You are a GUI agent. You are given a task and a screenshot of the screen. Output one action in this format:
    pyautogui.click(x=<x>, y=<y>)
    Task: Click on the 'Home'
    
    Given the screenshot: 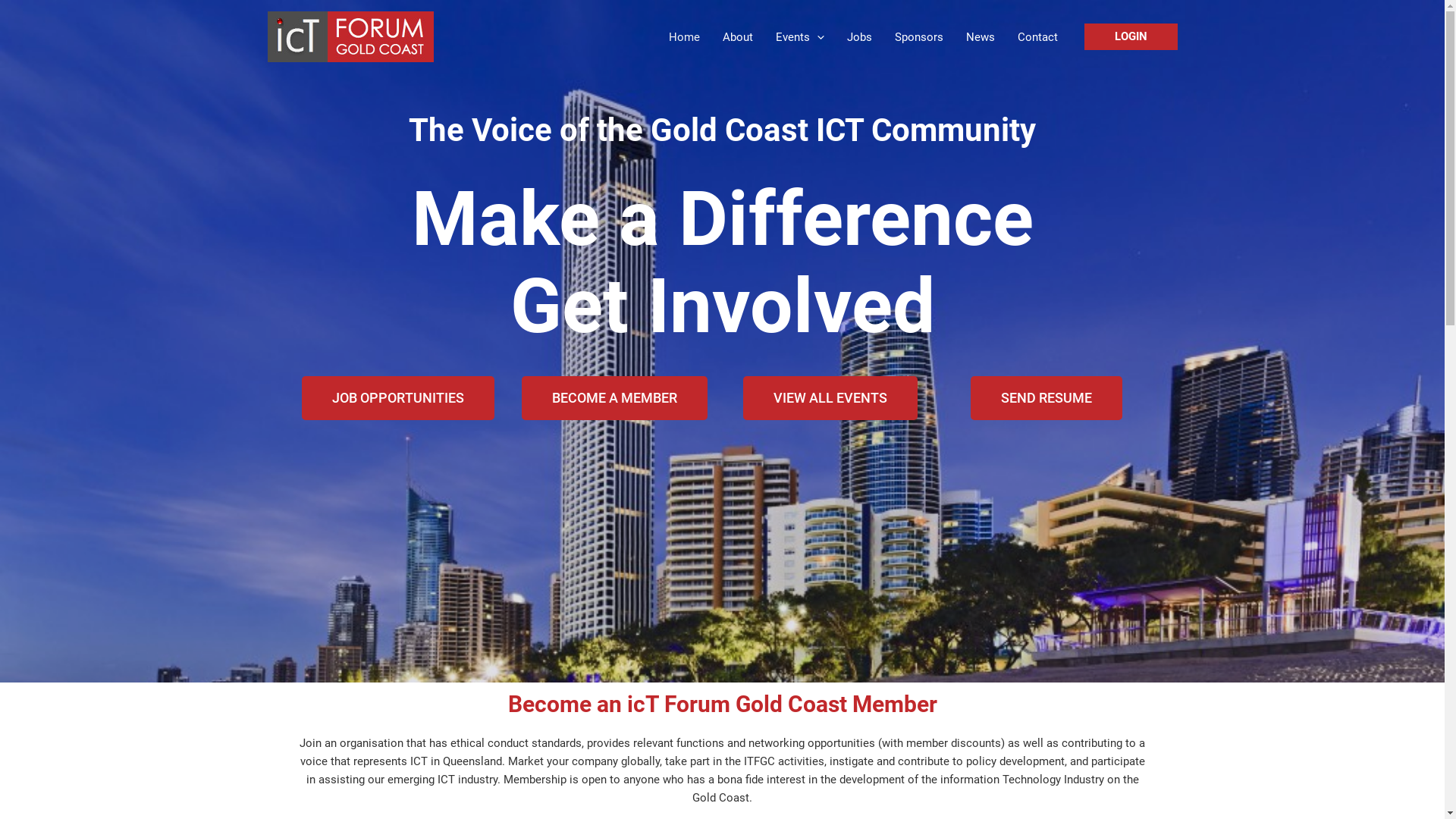 What is the action you would take?
    pyautogui.click(x=682, y=36)
    